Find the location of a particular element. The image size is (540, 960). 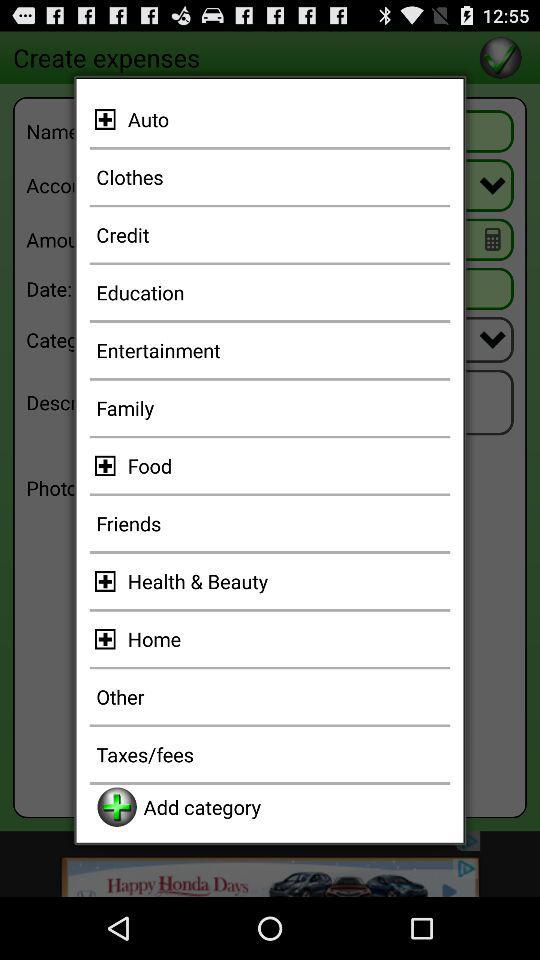

option to expand or open is located at coordinates (108, 581).